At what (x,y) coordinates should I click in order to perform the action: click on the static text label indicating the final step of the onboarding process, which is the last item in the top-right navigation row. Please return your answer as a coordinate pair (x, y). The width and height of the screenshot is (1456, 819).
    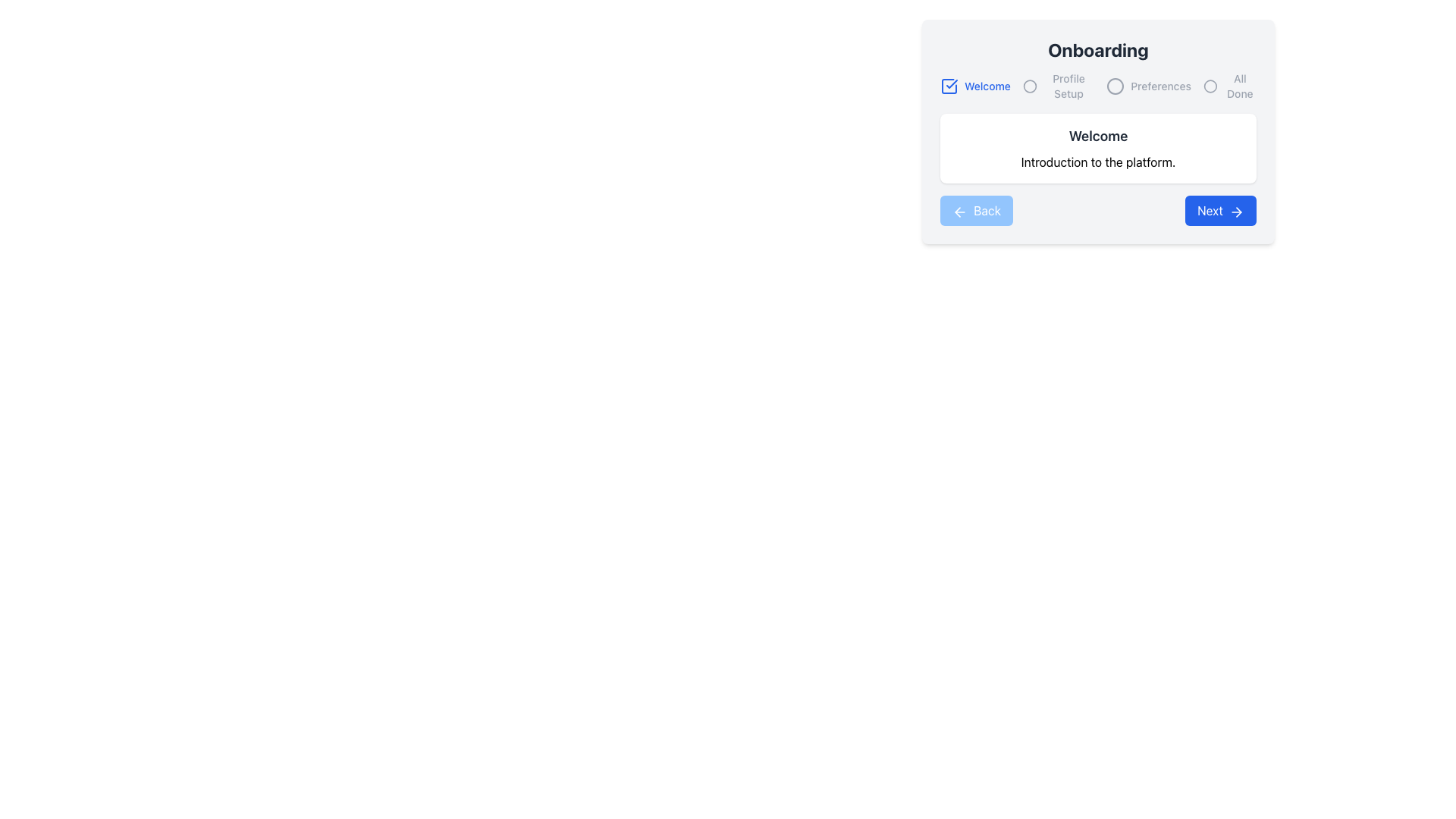
    Looking at the image, I should click on (1240, 86).